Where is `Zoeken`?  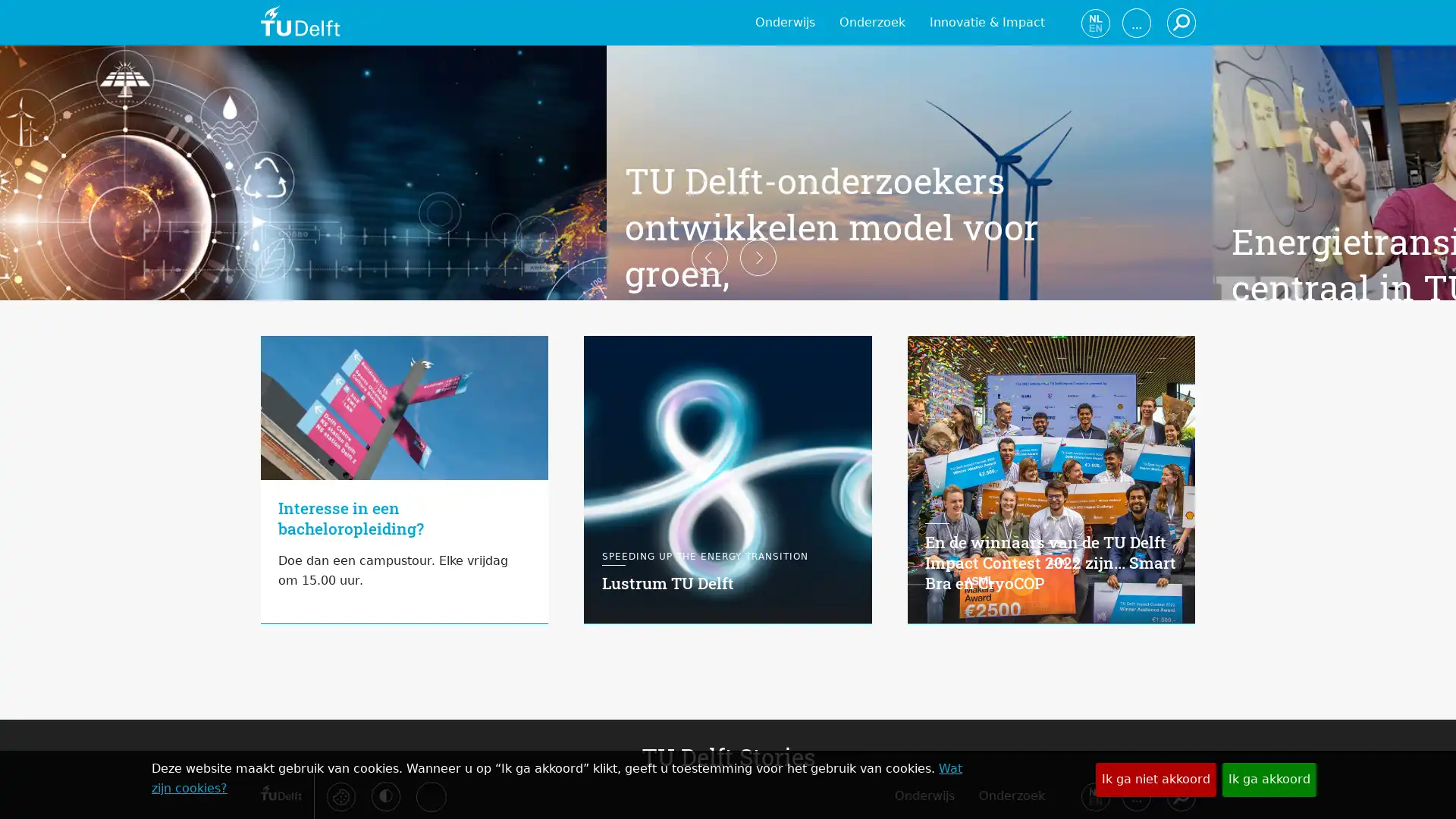 Zoeken is located at coordinates (1179, 795).